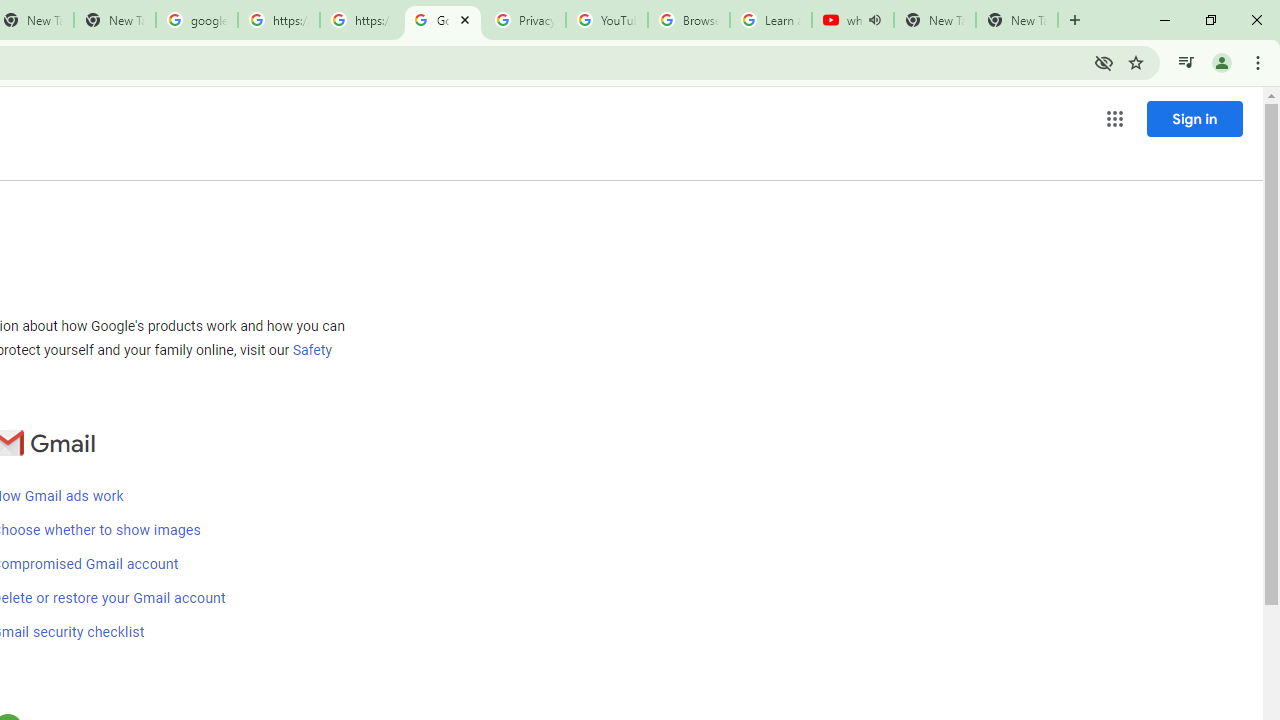 This screenshot has width=1280, height=720. What do you see at coordinates (1016, 20) in the screenshot?
I see `'New Tab'` at bounding box center [1016, 20].